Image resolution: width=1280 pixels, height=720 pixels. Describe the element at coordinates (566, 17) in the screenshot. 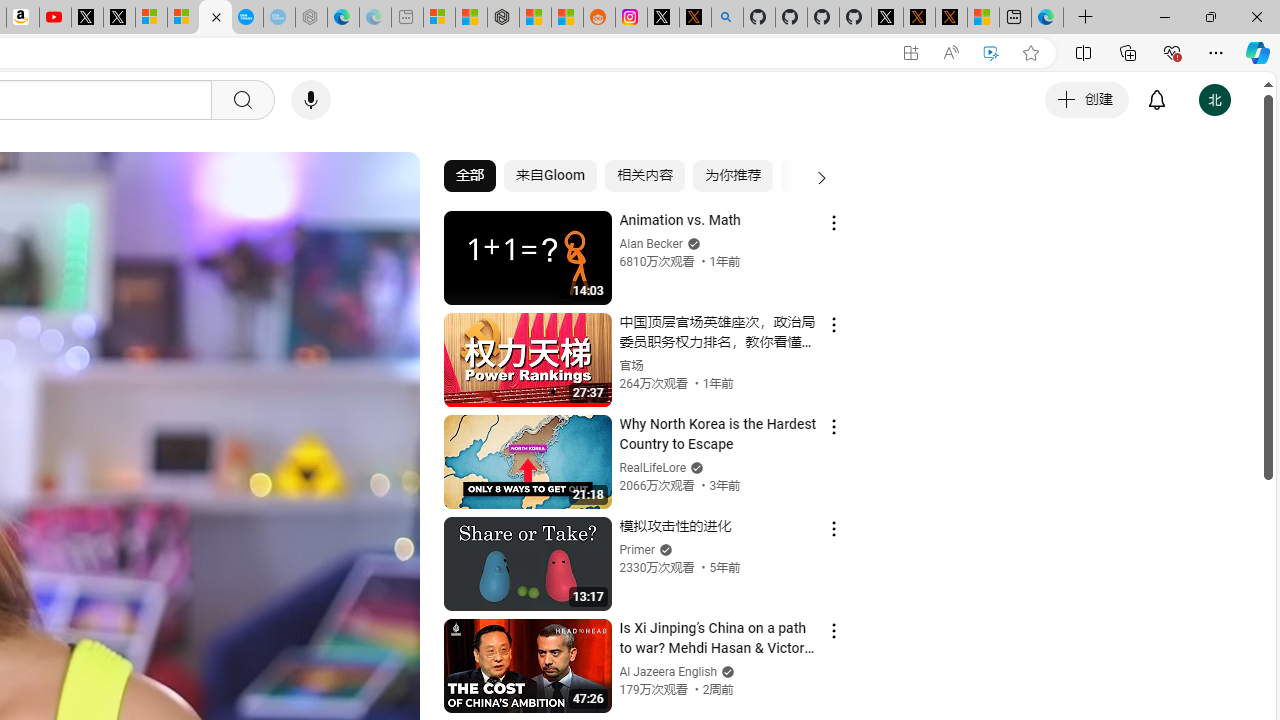

I see `'Shanghai, China Weather trends | Microsoft Weather'` at that location.